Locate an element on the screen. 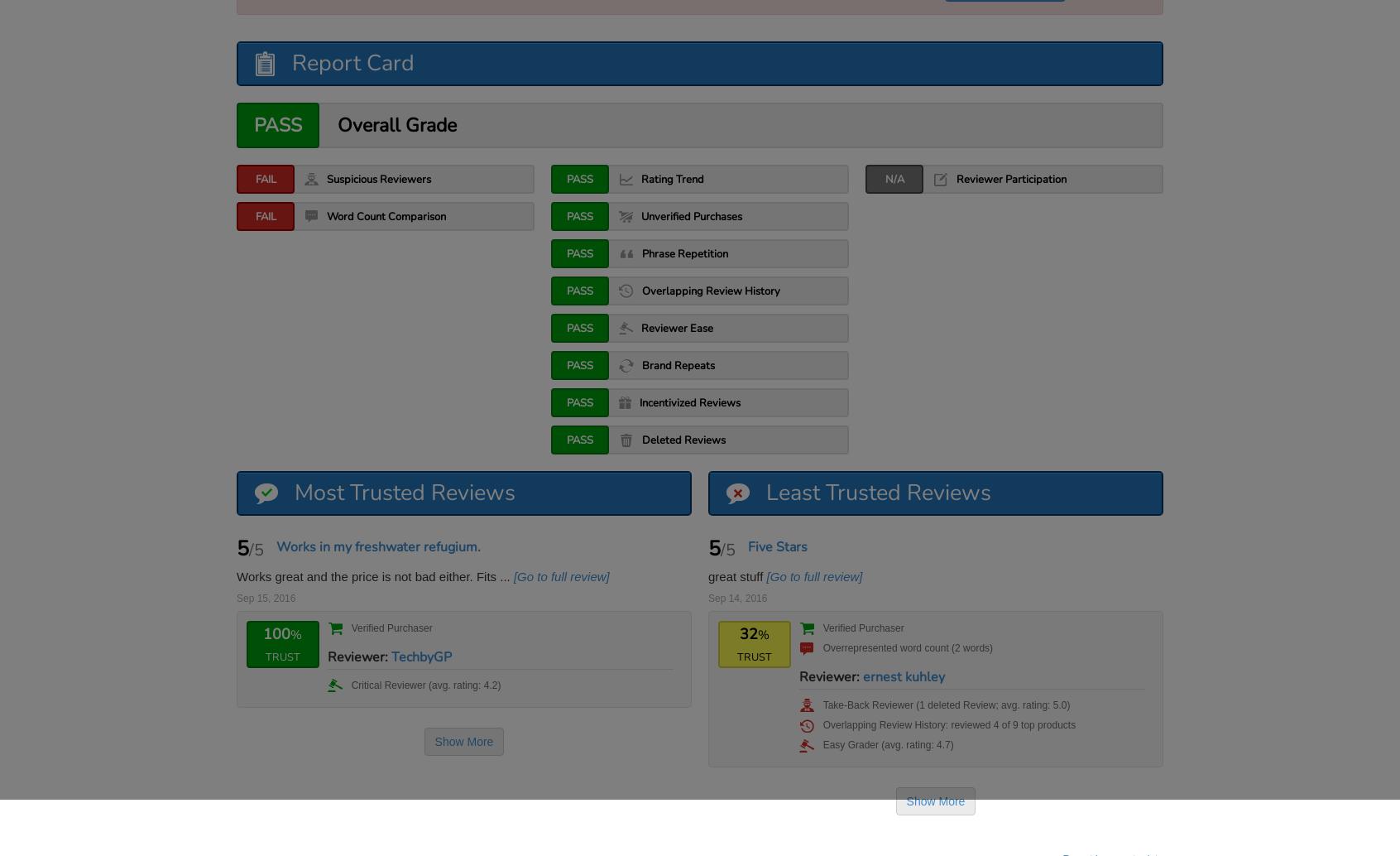 This screenshot has height=856, width=1400. 'ernest kuhley' is located at coordinates (861, 676).